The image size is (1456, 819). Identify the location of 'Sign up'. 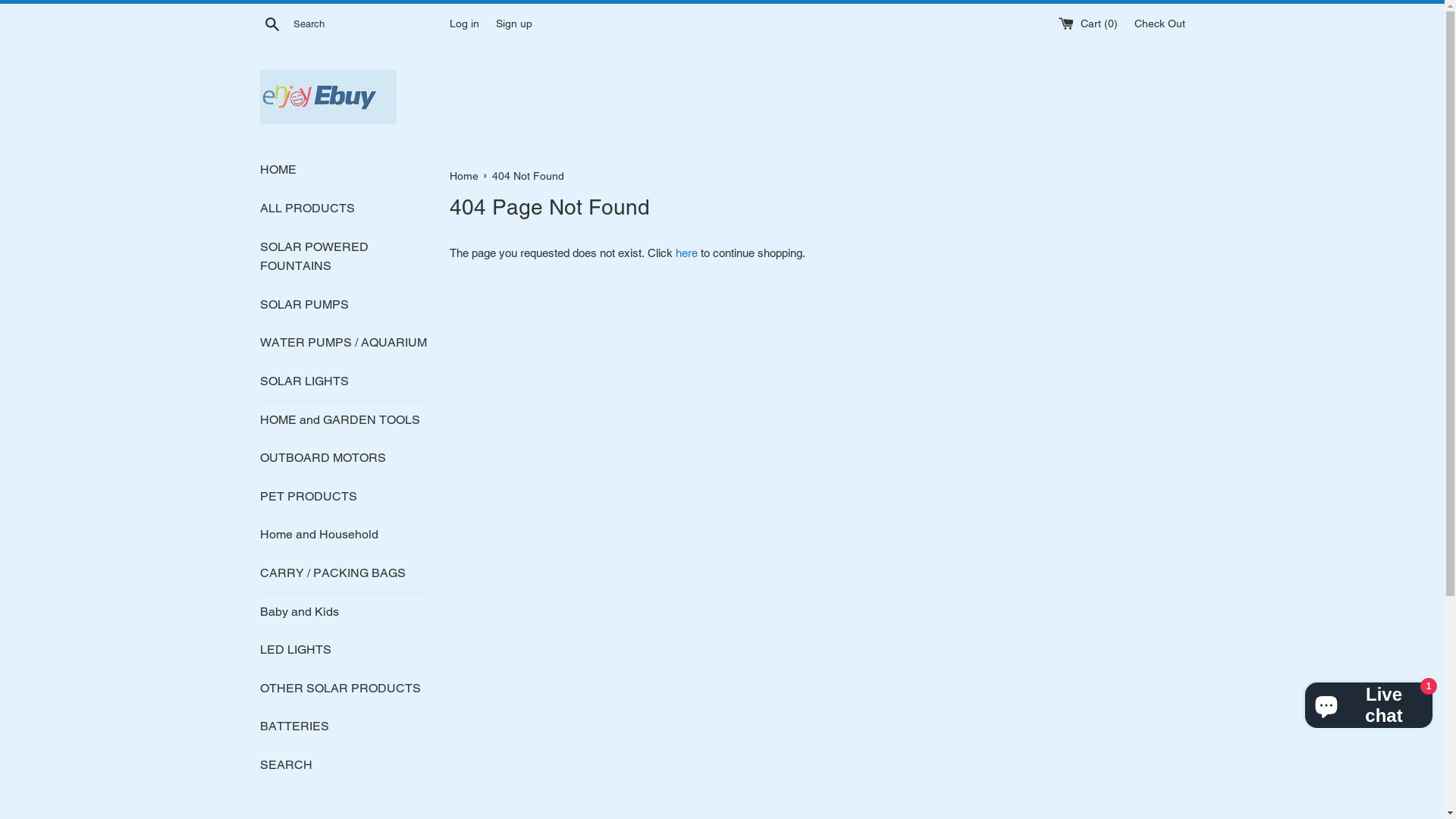
(495, 23).